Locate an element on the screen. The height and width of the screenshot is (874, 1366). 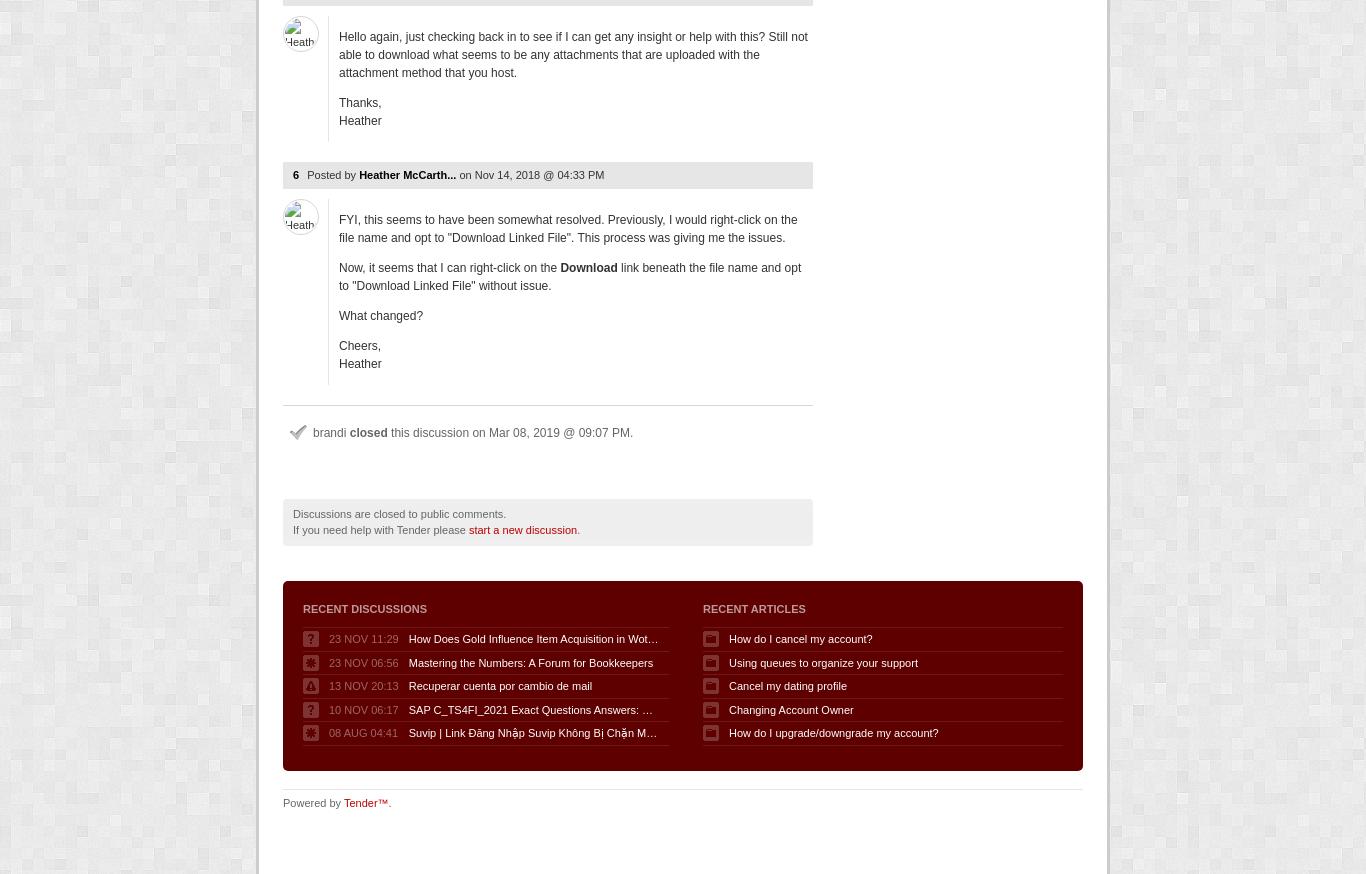
'Suvip | Link Đăng Nhập Suvip Không Bị Chặn Mới Nhất' is located at coordinates (545, 732).